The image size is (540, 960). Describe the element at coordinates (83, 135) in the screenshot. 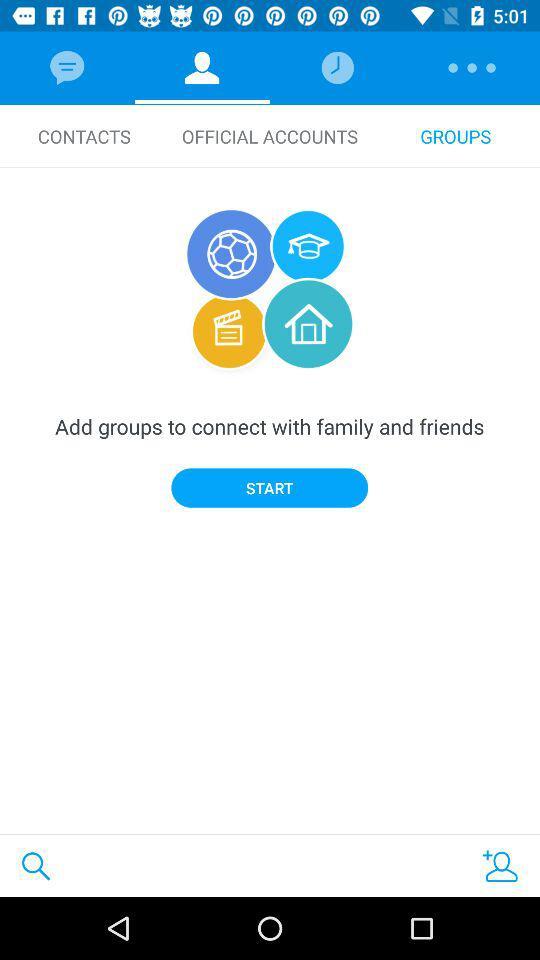

I see `the contacts icon` at that location.